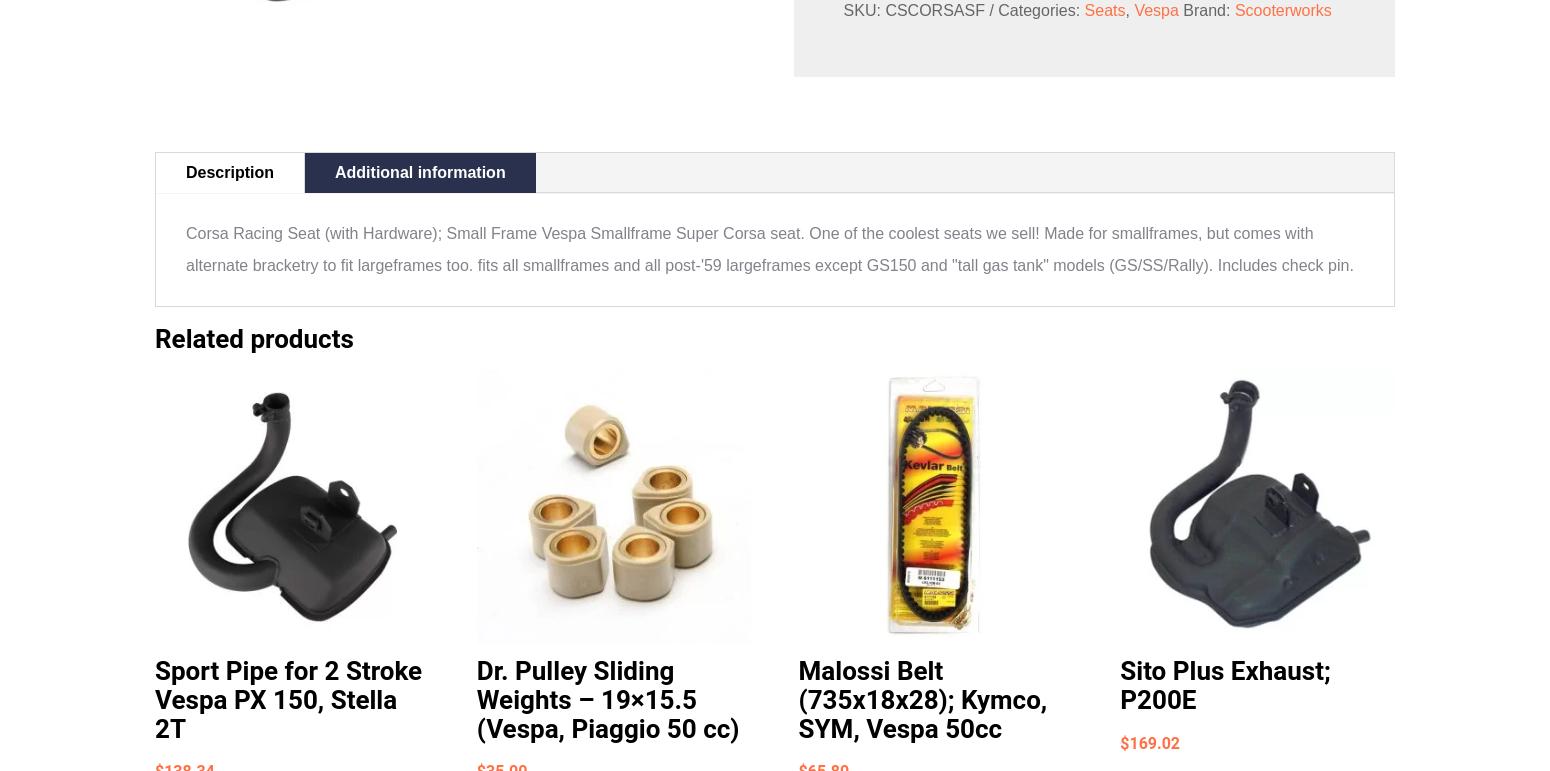 The height and width of the screenshot is (771, 1550). Describe the element at coordinates (863, 9) in the screenshot. I see `'SKU:'` at that location.